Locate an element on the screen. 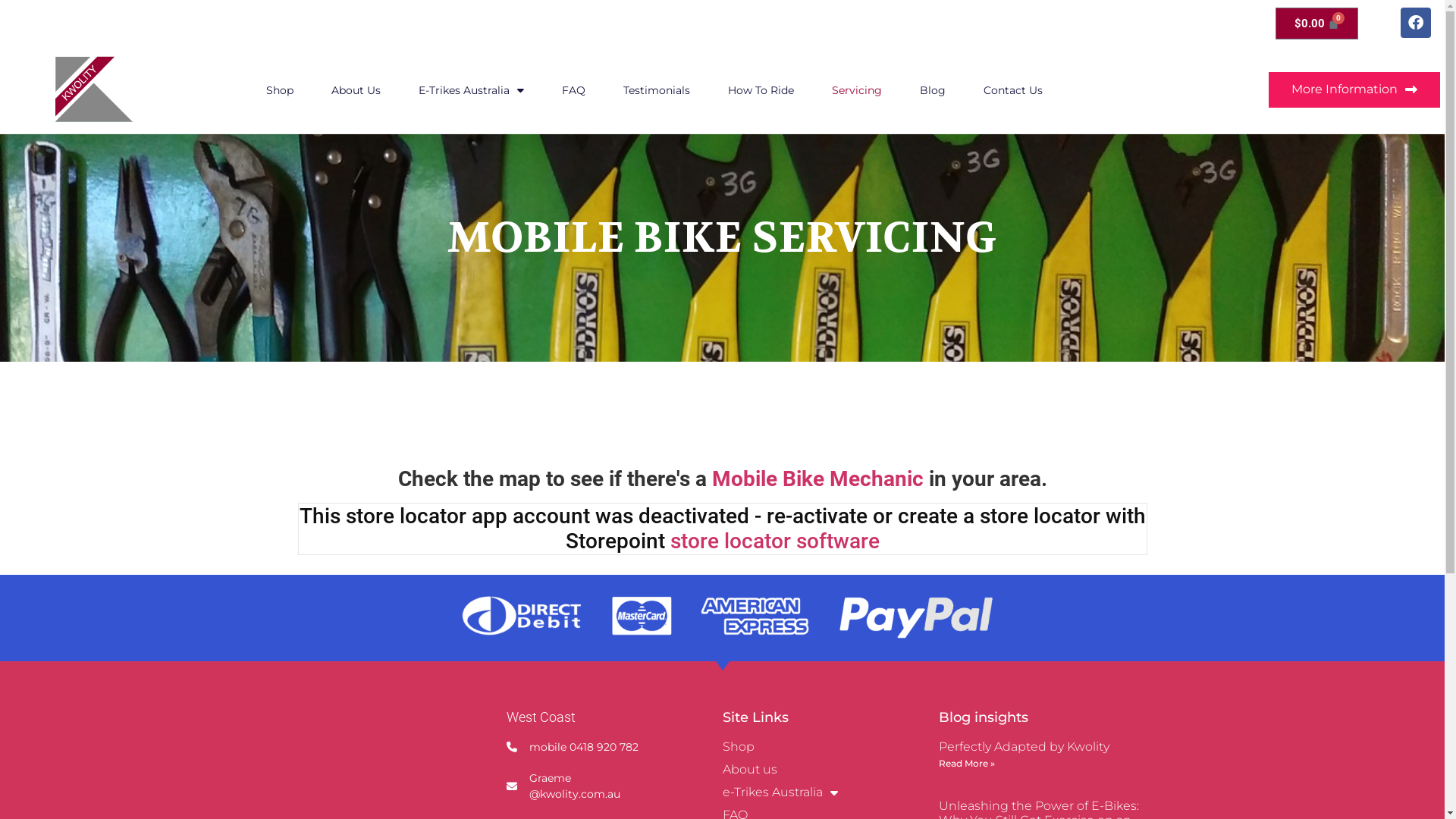 This screenshot has height=819, width=1456. '$0.00 is located at coordinates (1316, 23).